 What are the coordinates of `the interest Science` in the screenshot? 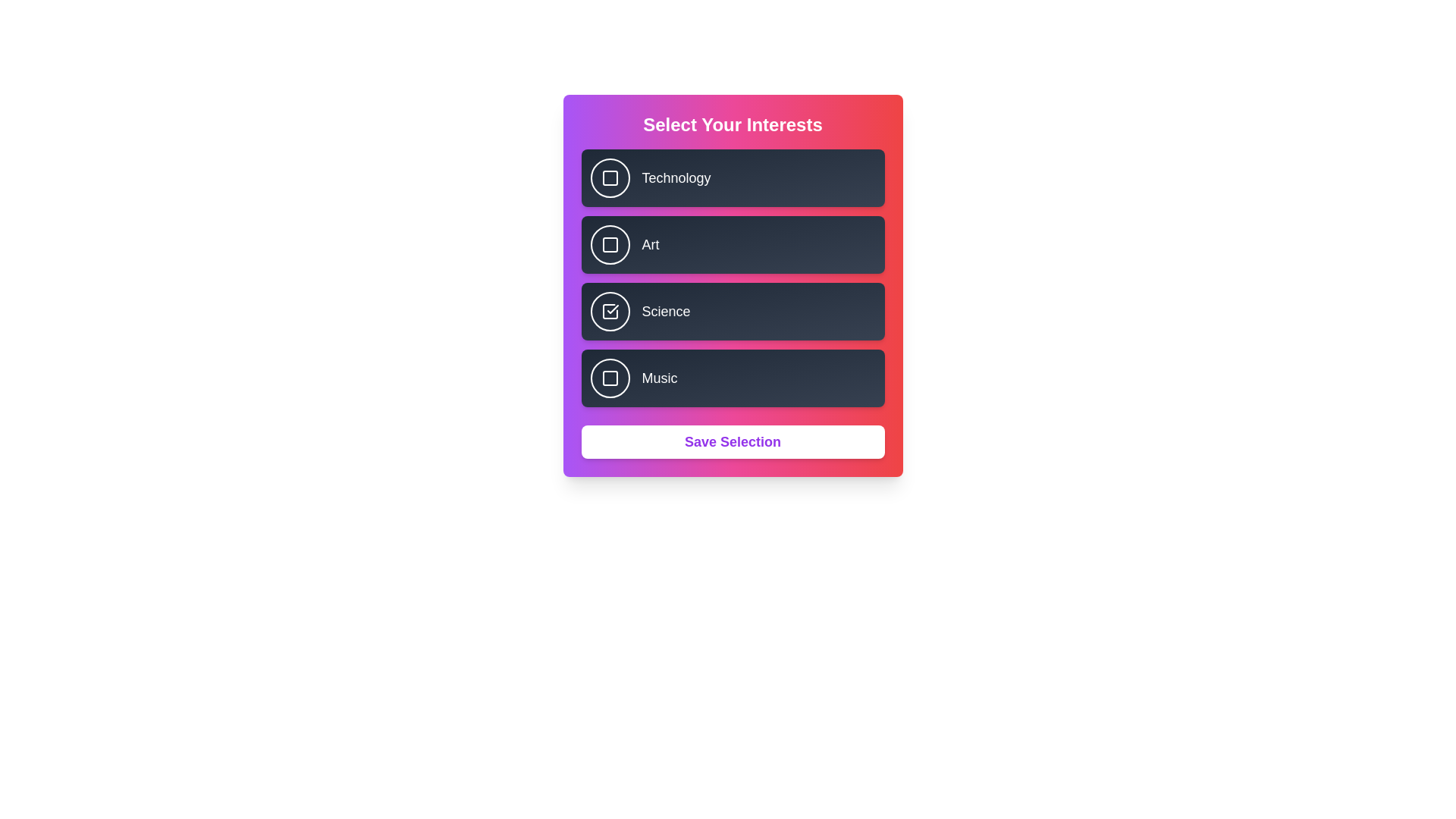 It's located at (610, 311).